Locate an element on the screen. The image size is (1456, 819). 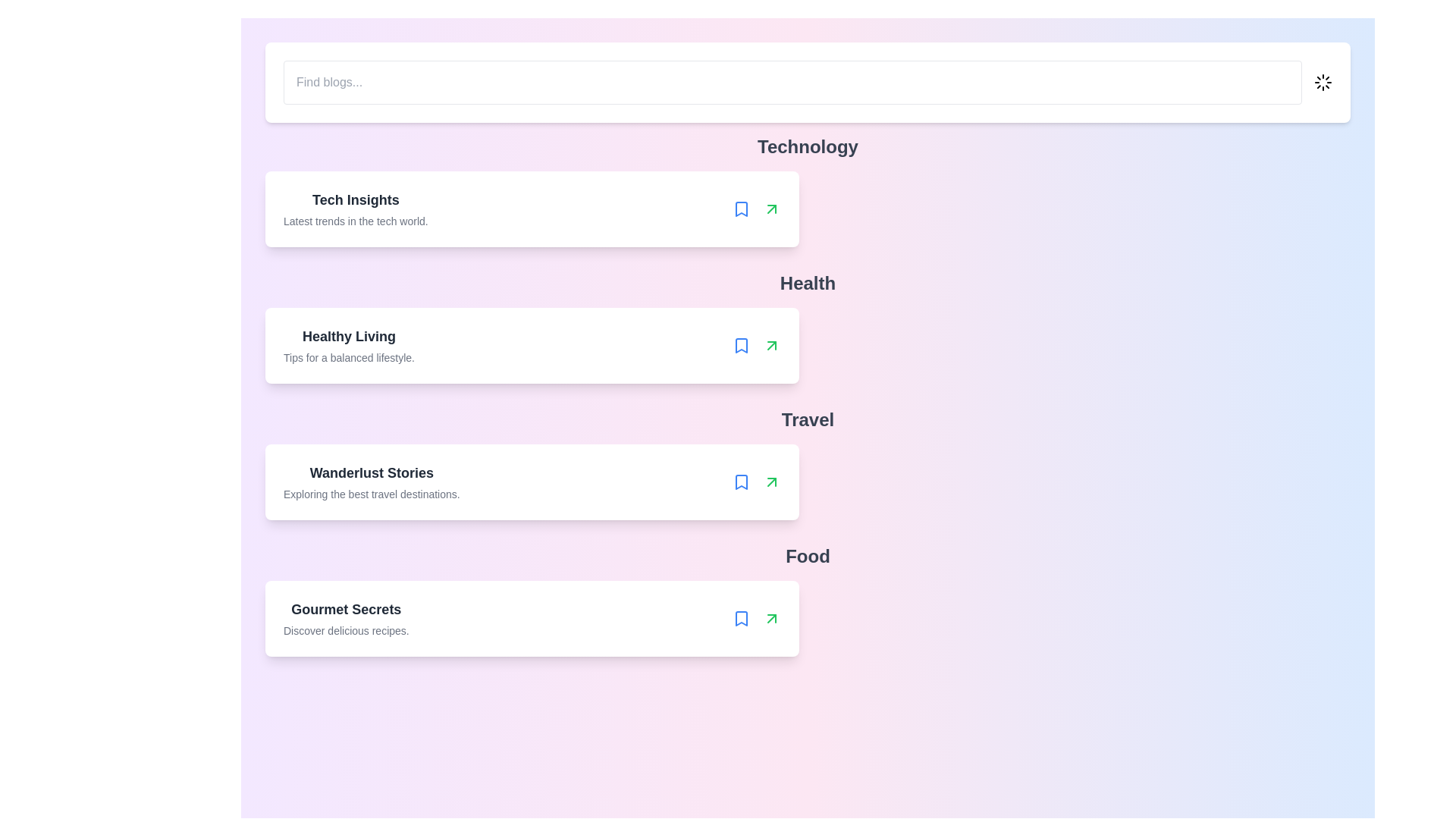
text label 'Tech Insights' located at the top of the white section card under the 'Technology' category is located at coordinates (355, 199).